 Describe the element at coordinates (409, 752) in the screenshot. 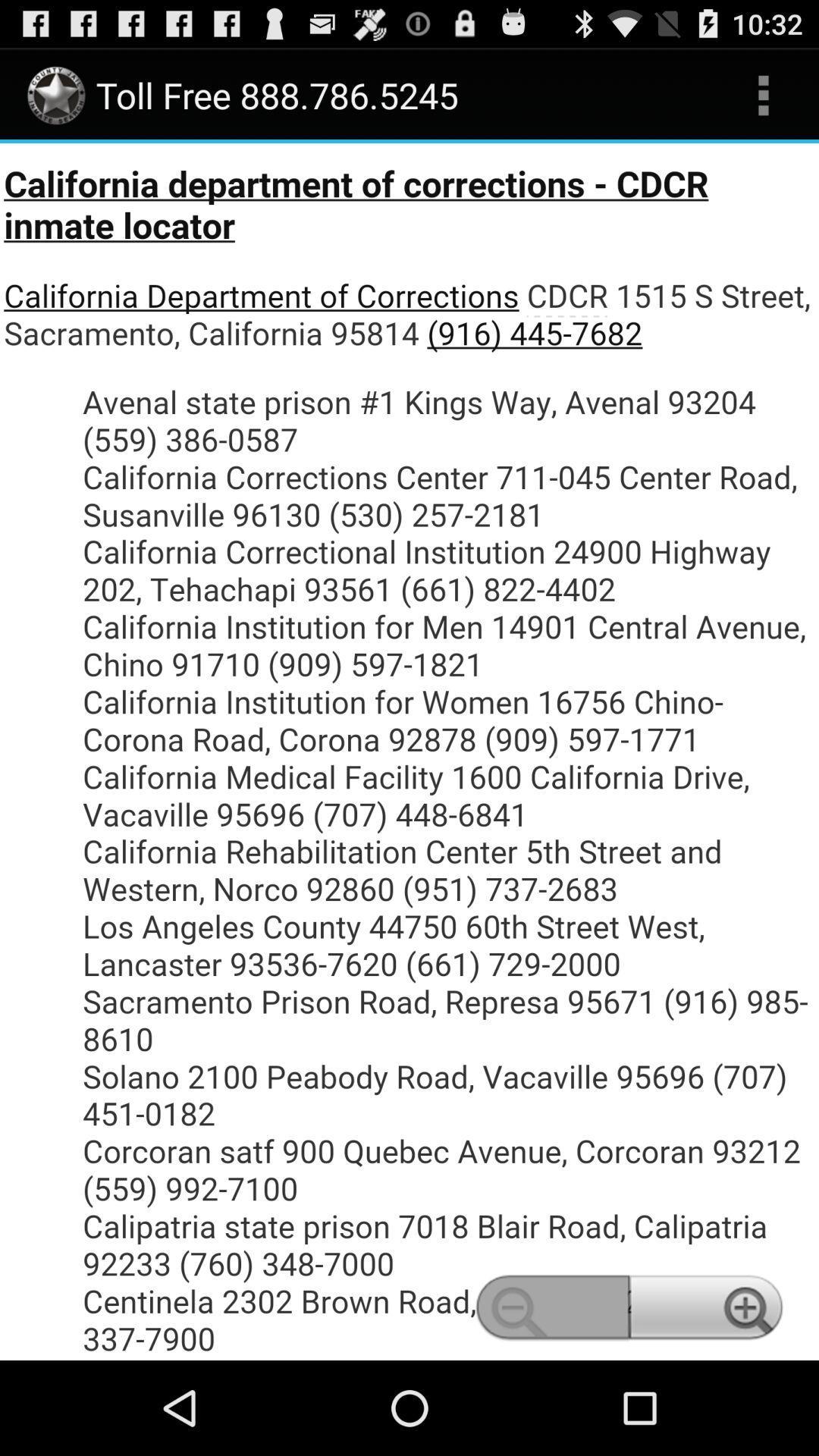

I see `zoom` at that location.